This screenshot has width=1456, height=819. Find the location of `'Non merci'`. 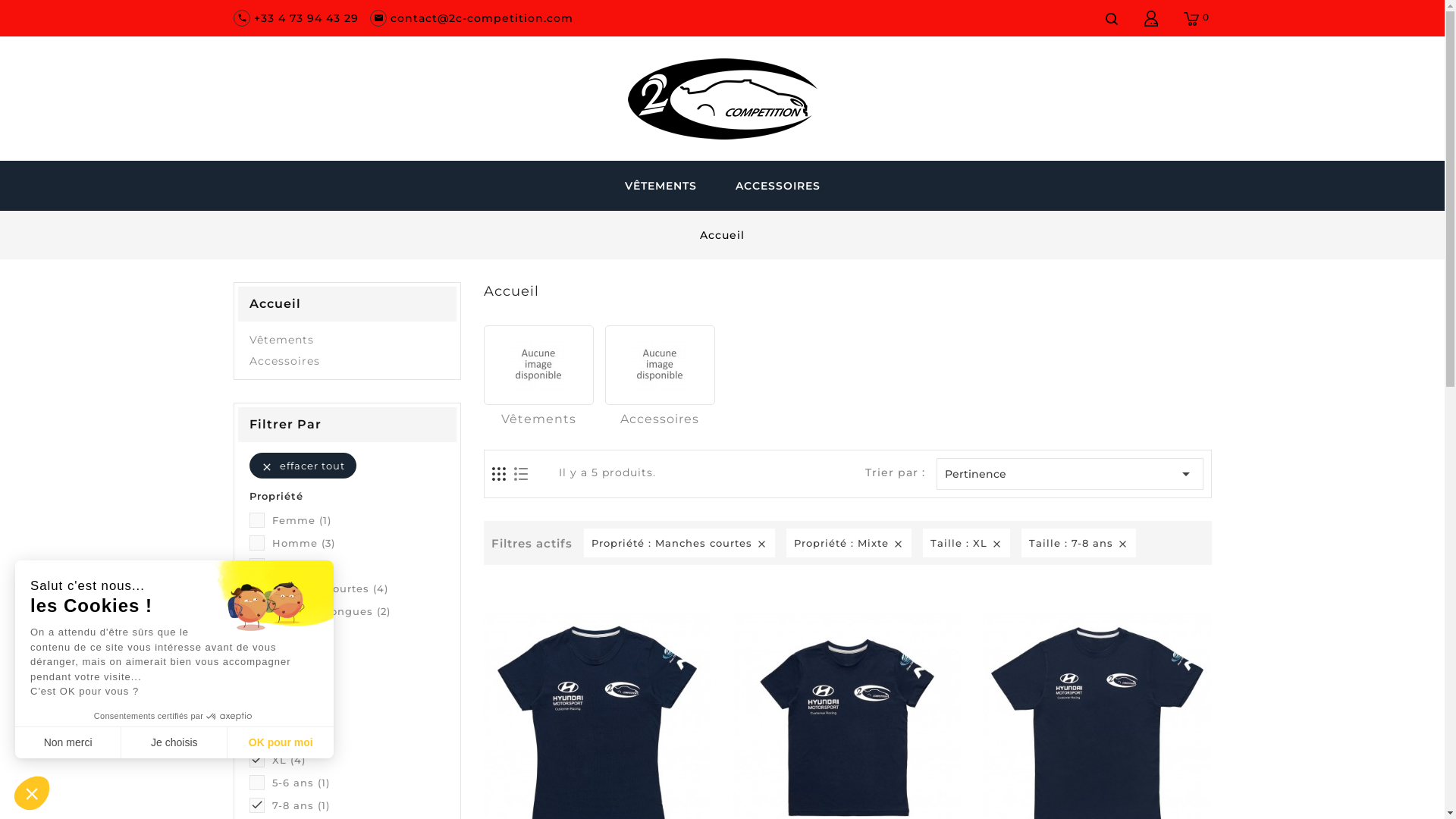

'Non merci' is located at coordinates (14, 742).